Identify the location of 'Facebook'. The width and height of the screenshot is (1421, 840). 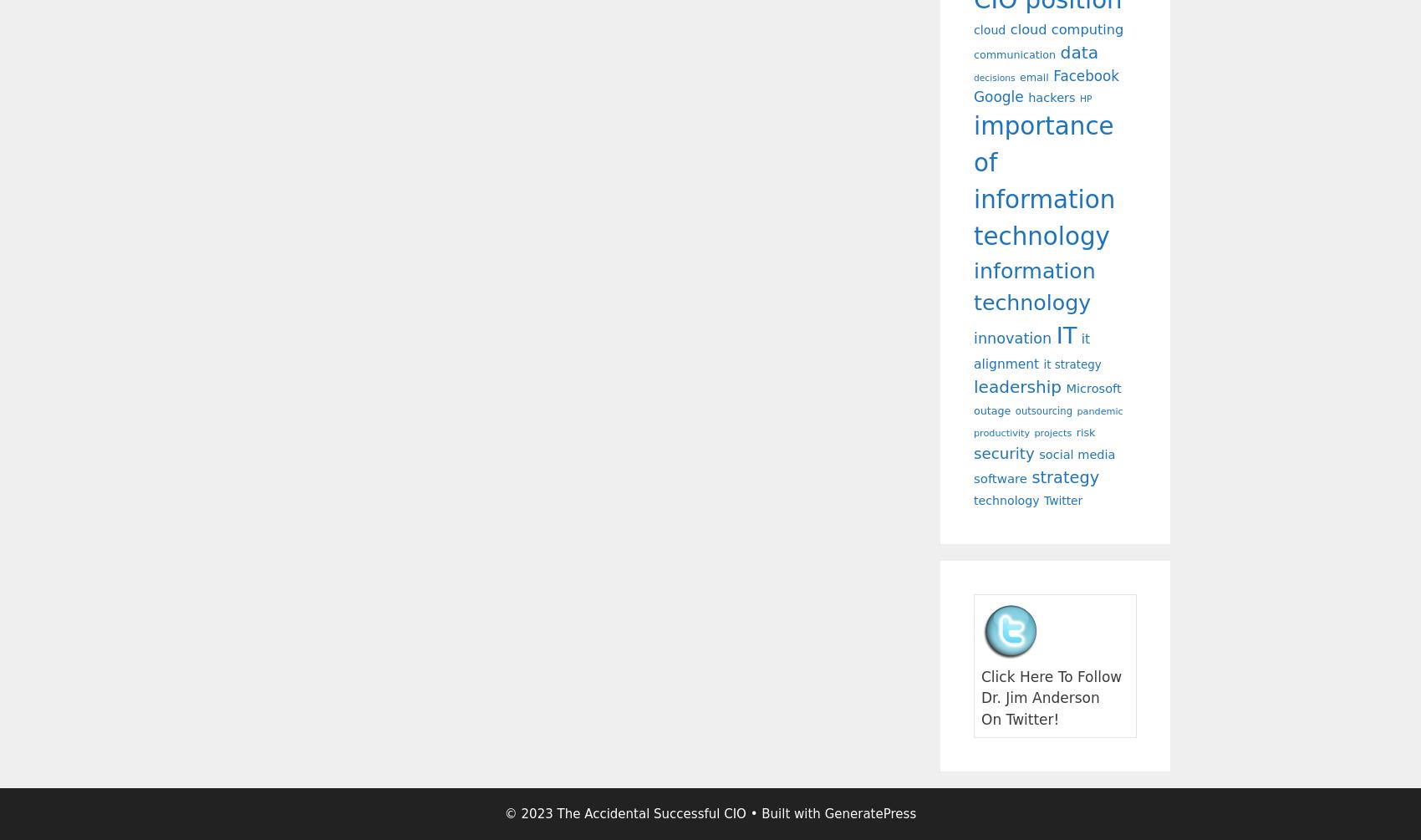
(1086, 75).